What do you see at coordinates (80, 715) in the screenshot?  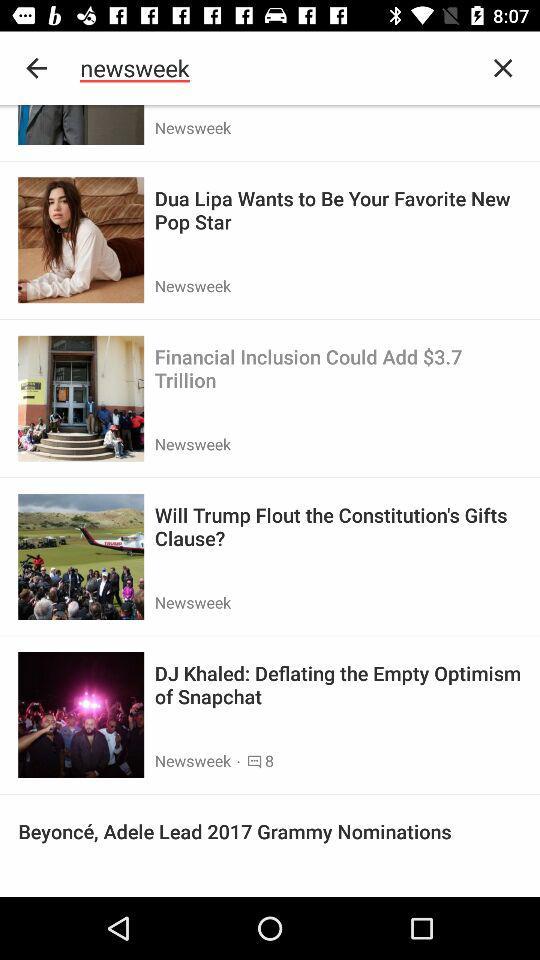 I see `tap on the last image present at the bottom right corner` at bounding box center [80, 715].